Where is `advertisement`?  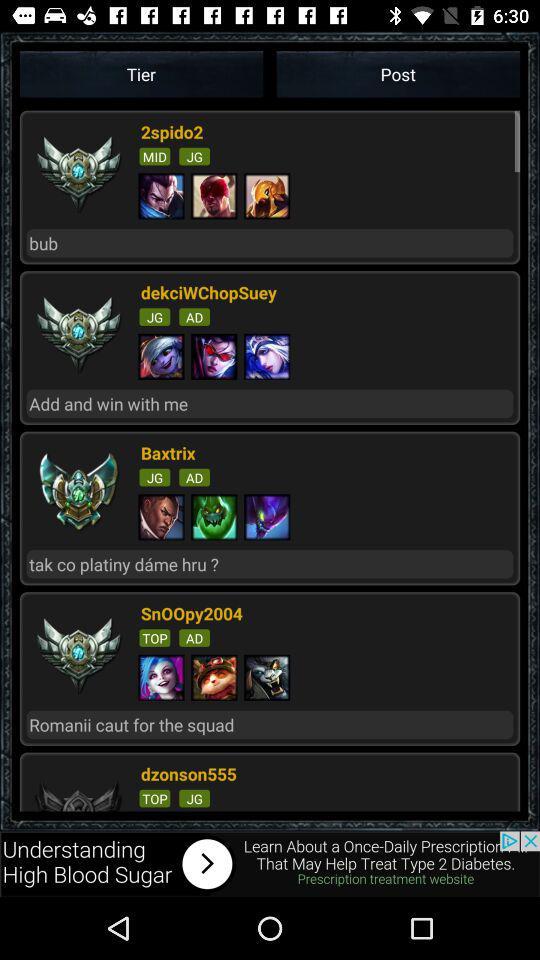
advertisement is located at coordinates (270, 863).